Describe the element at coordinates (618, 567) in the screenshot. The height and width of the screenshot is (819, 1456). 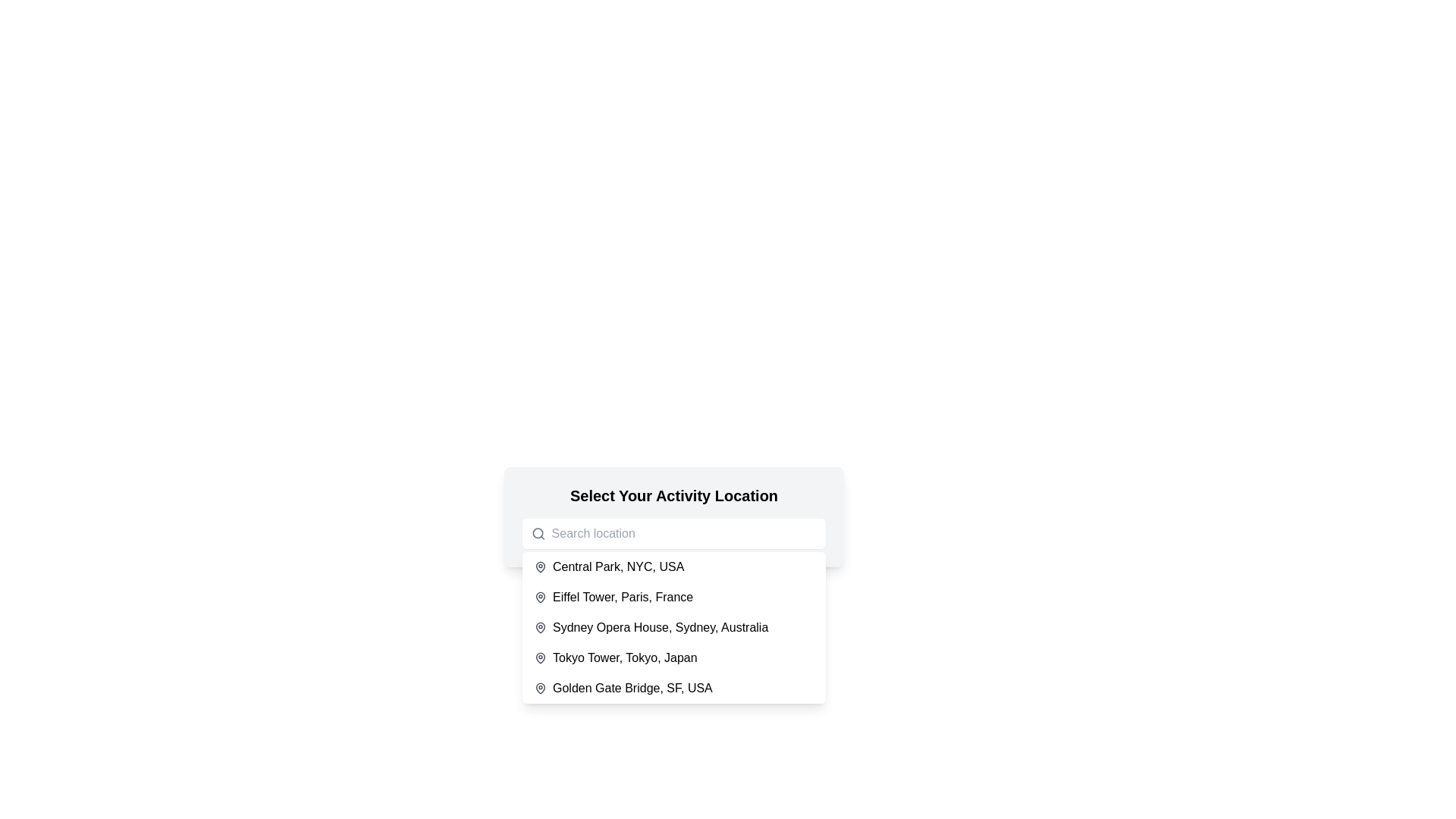
I see `the text label 'Central Park, NYC, USA' within the dropdown menu` at that location.